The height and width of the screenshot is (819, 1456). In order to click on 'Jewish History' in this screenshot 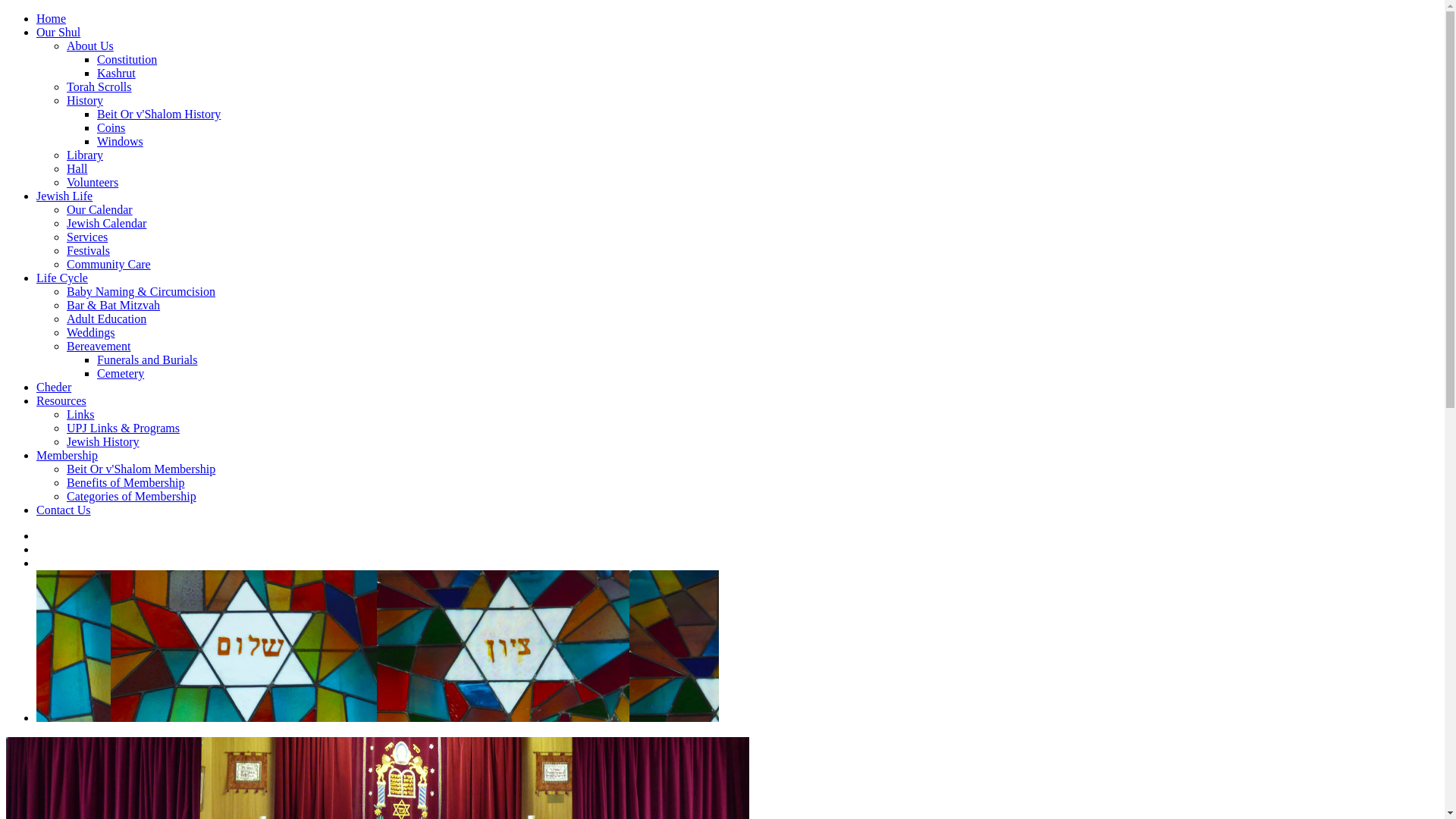, I will do `click(102, 441)`.